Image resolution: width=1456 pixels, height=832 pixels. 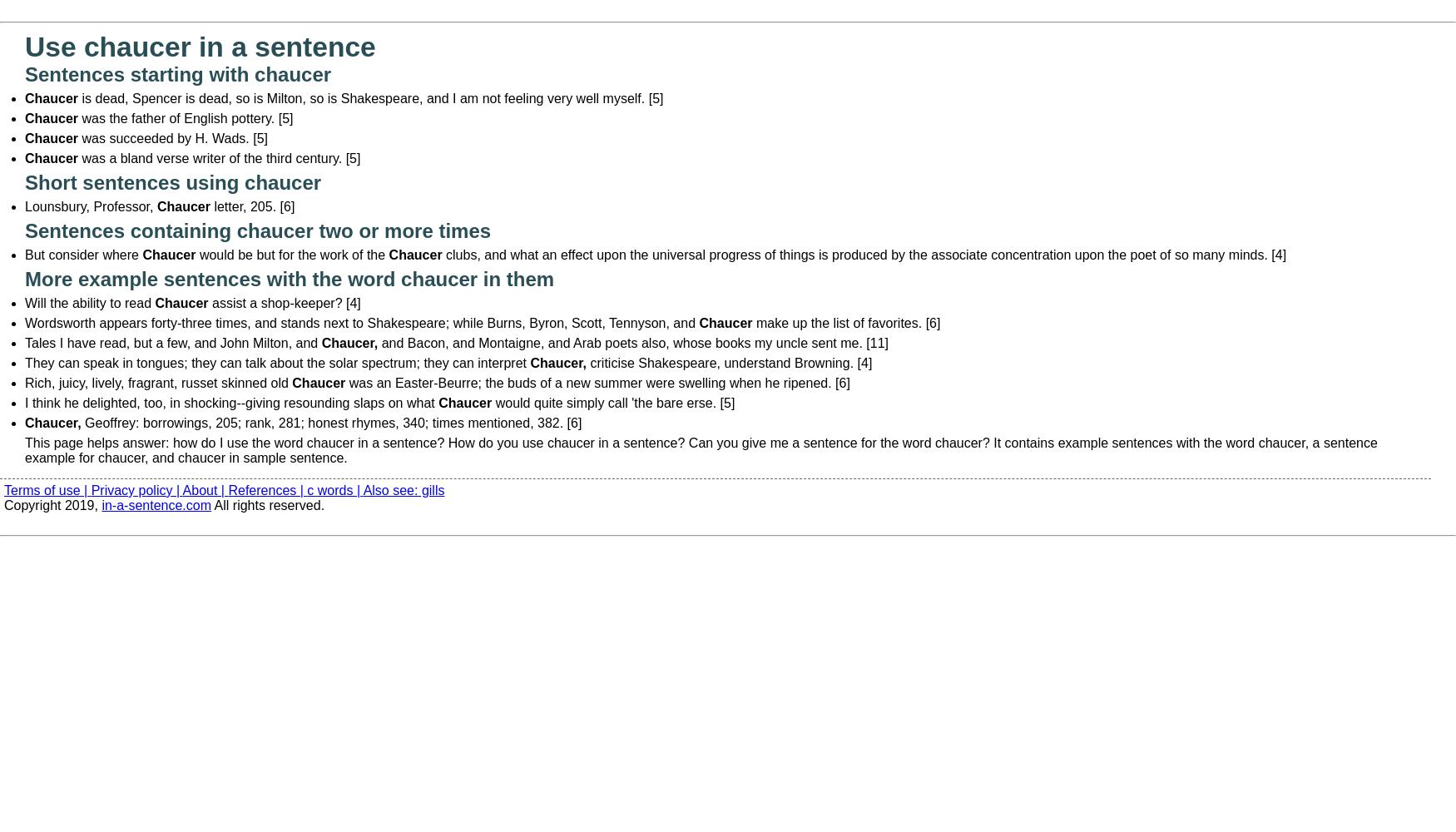 What do you see at coordinates (230, 402) in the screenshot?
I see `'I think he delighted, too, in shocking--giving resounding slaps on what'` at bounding box center [230, 402].